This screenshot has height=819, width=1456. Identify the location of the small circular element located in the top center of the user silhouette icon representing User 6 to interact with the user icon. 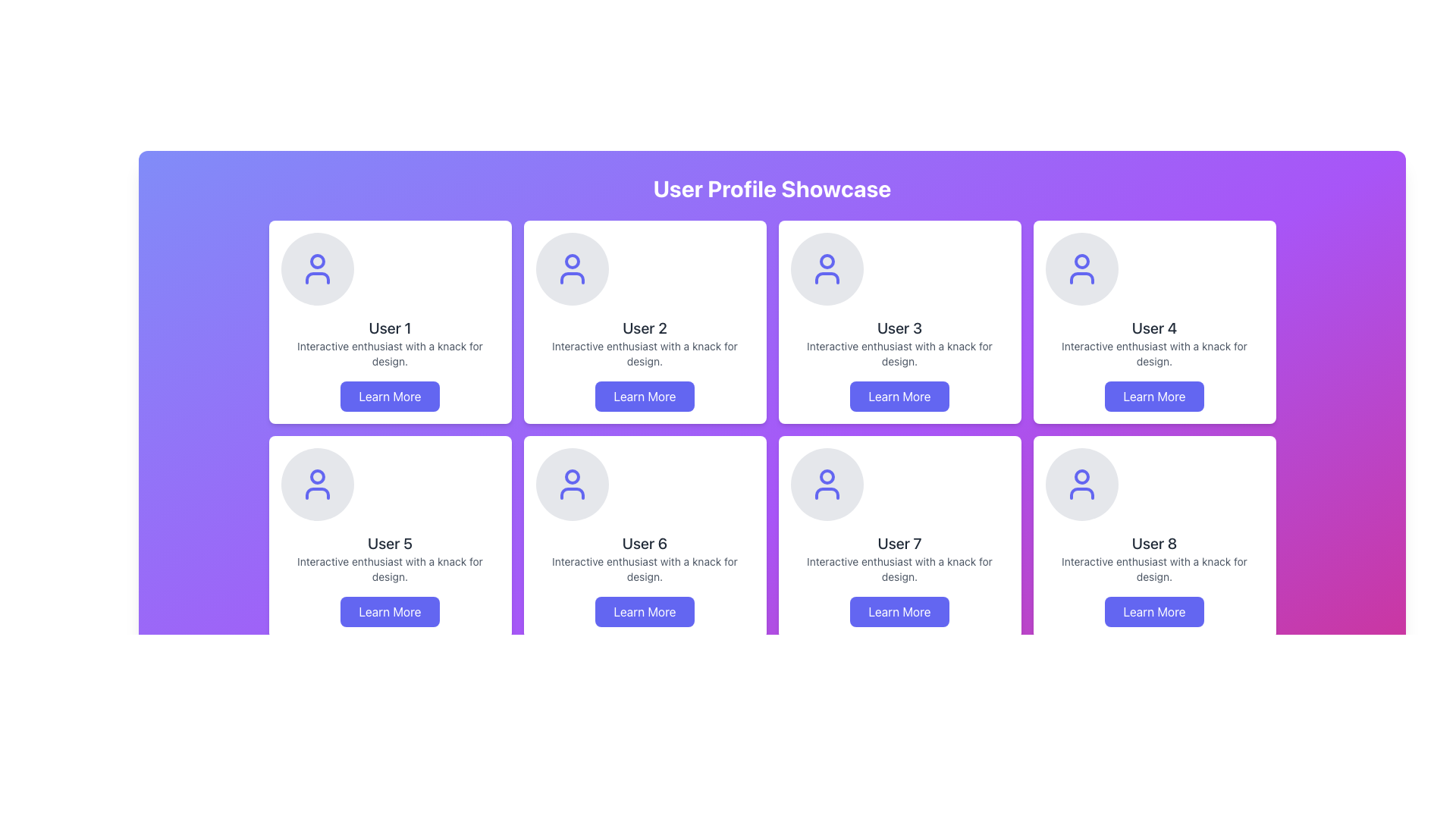
(571, 475).